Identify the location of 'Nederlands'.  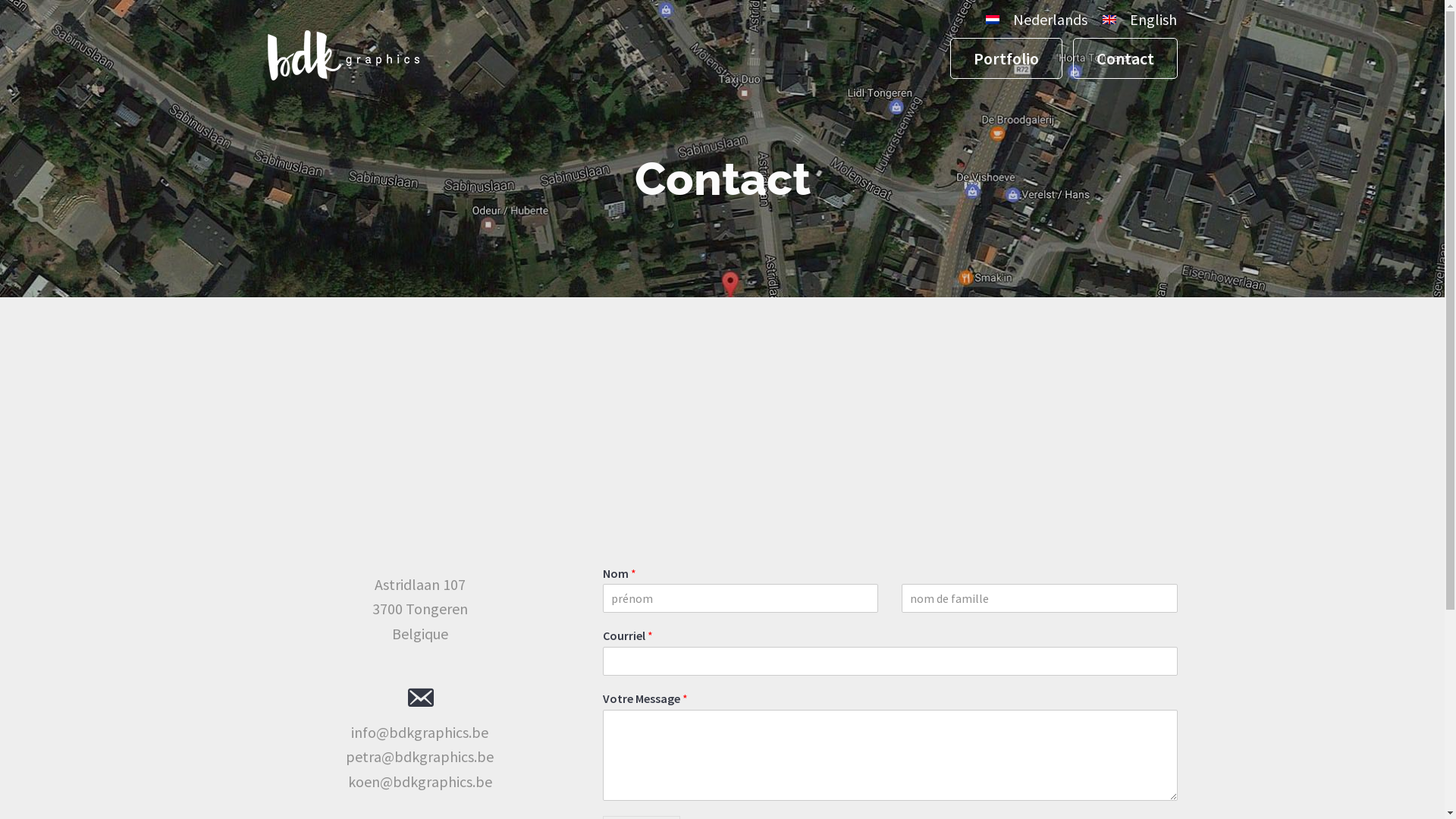
(993, 20).